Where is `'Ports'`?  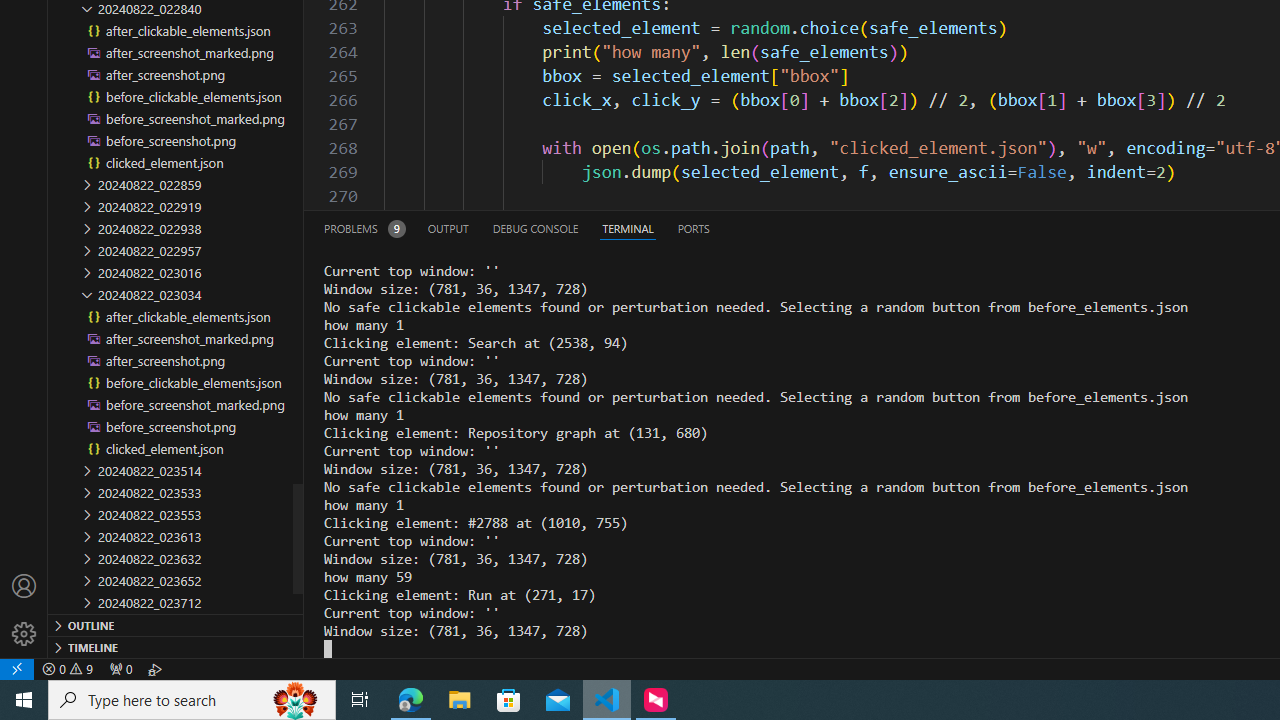 'Ports' is located at coordinates (693, 227).